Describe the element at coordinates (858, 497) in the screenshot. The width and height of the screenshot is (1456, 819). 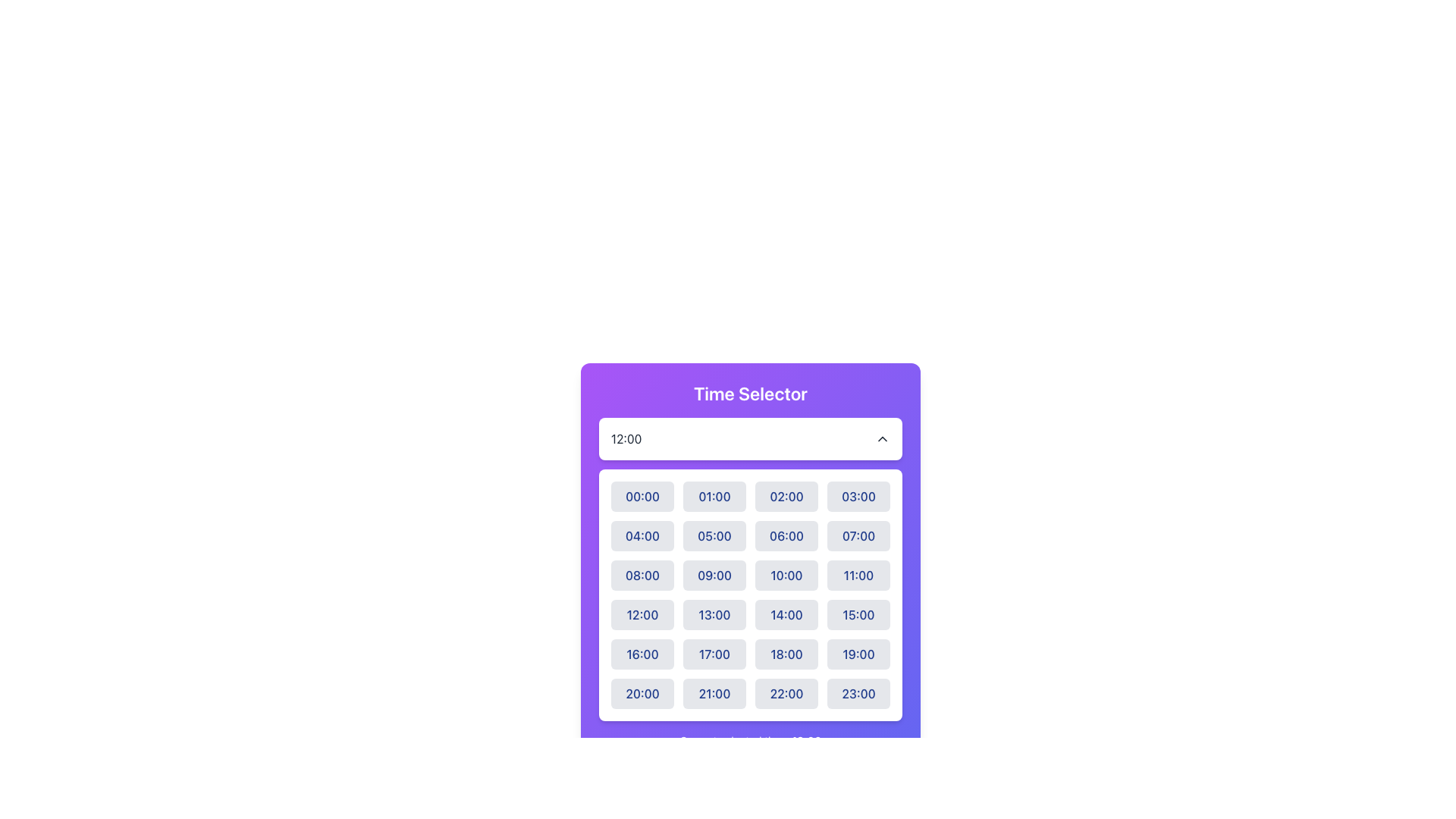
I see `the rectangular button with rounded edges displaying '03:00' in dark blue font` at that location.